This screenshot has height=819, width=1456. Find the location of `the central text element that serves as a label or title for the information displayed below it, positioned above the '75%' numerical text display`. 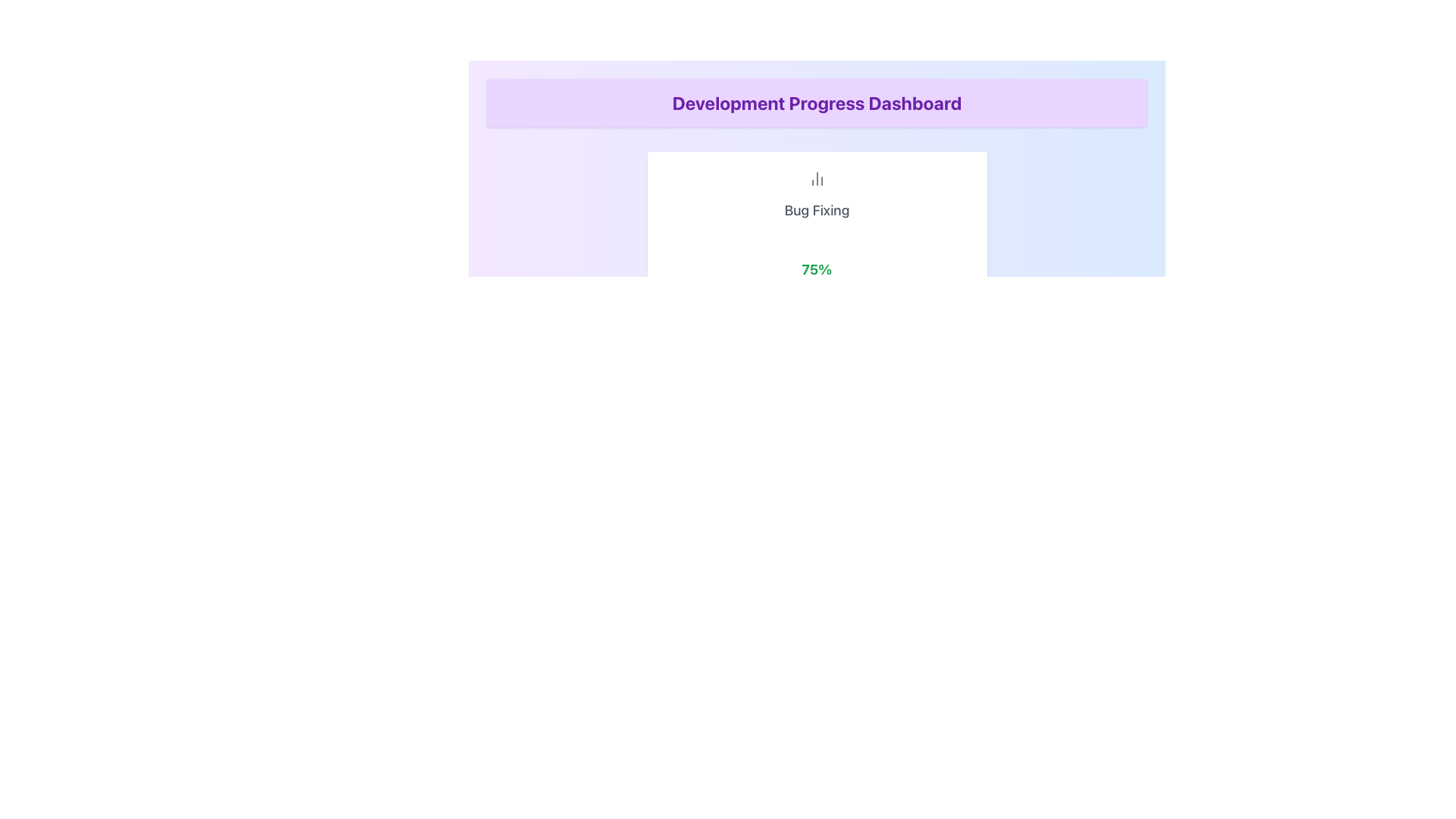

the central text element that serves as a label or title for the information displayed below it, positioned above the '75%' numerical text display is located at coordinates (816, 210).